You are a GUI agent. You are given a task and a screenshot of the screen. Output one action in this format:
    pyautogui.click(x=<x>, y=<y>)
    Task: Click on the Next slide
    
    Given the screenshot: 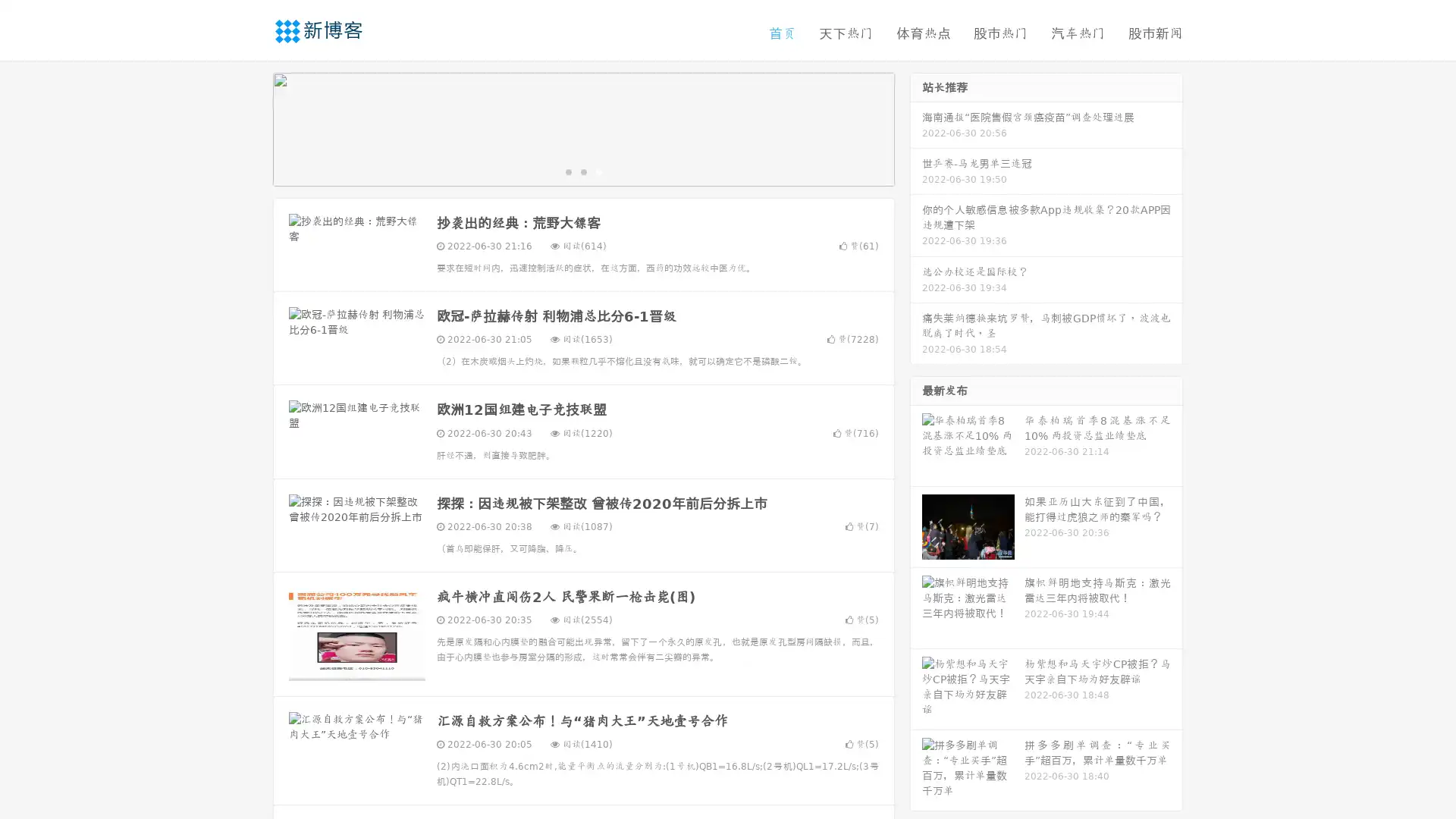 What is the action you would take?
    pyautogui.click(x=916, y=127)
    